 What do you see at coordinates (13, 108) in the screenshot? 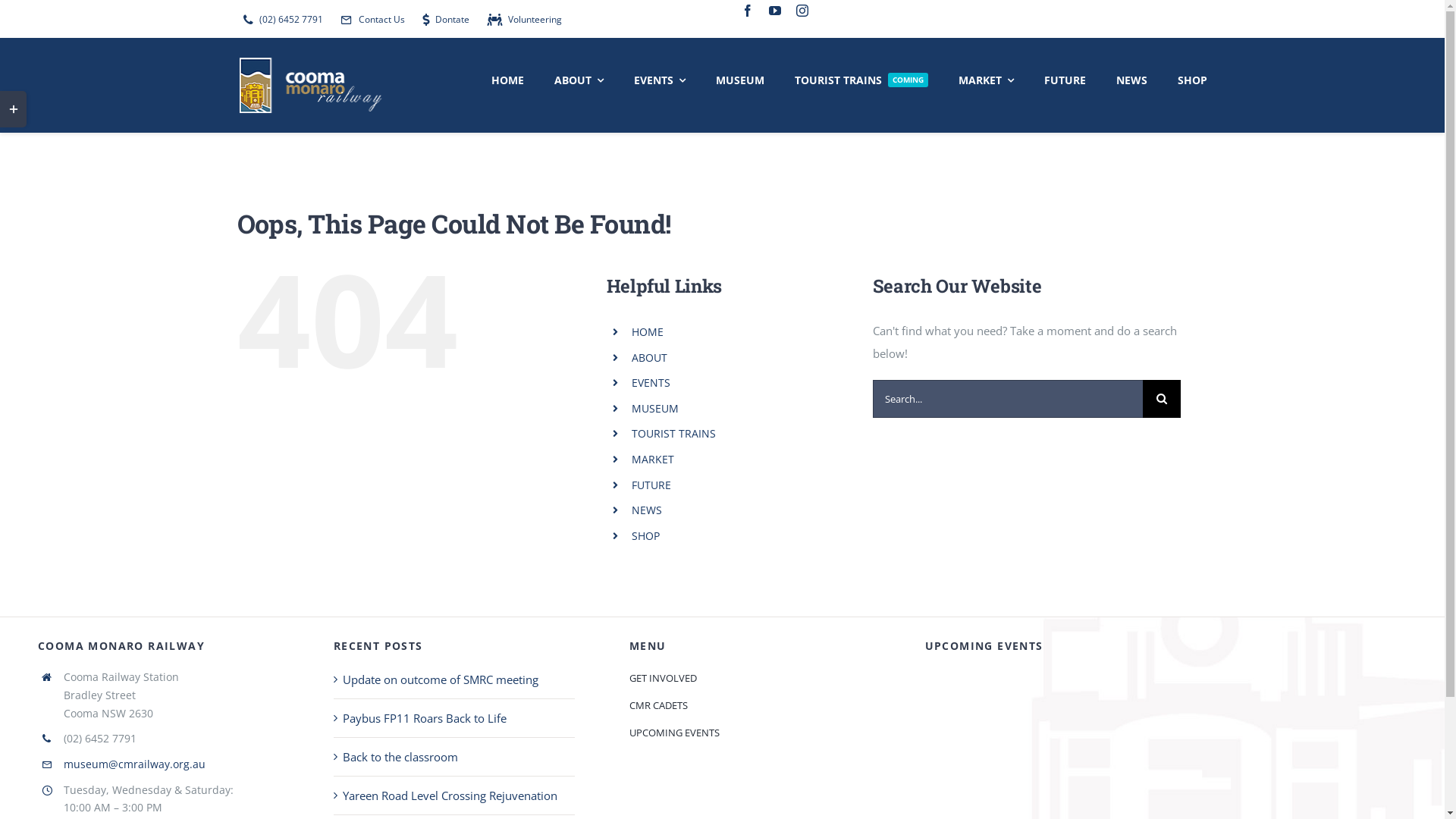
I see `'Toggle Sliding Bar Area'` at bounding box center [13, 108].